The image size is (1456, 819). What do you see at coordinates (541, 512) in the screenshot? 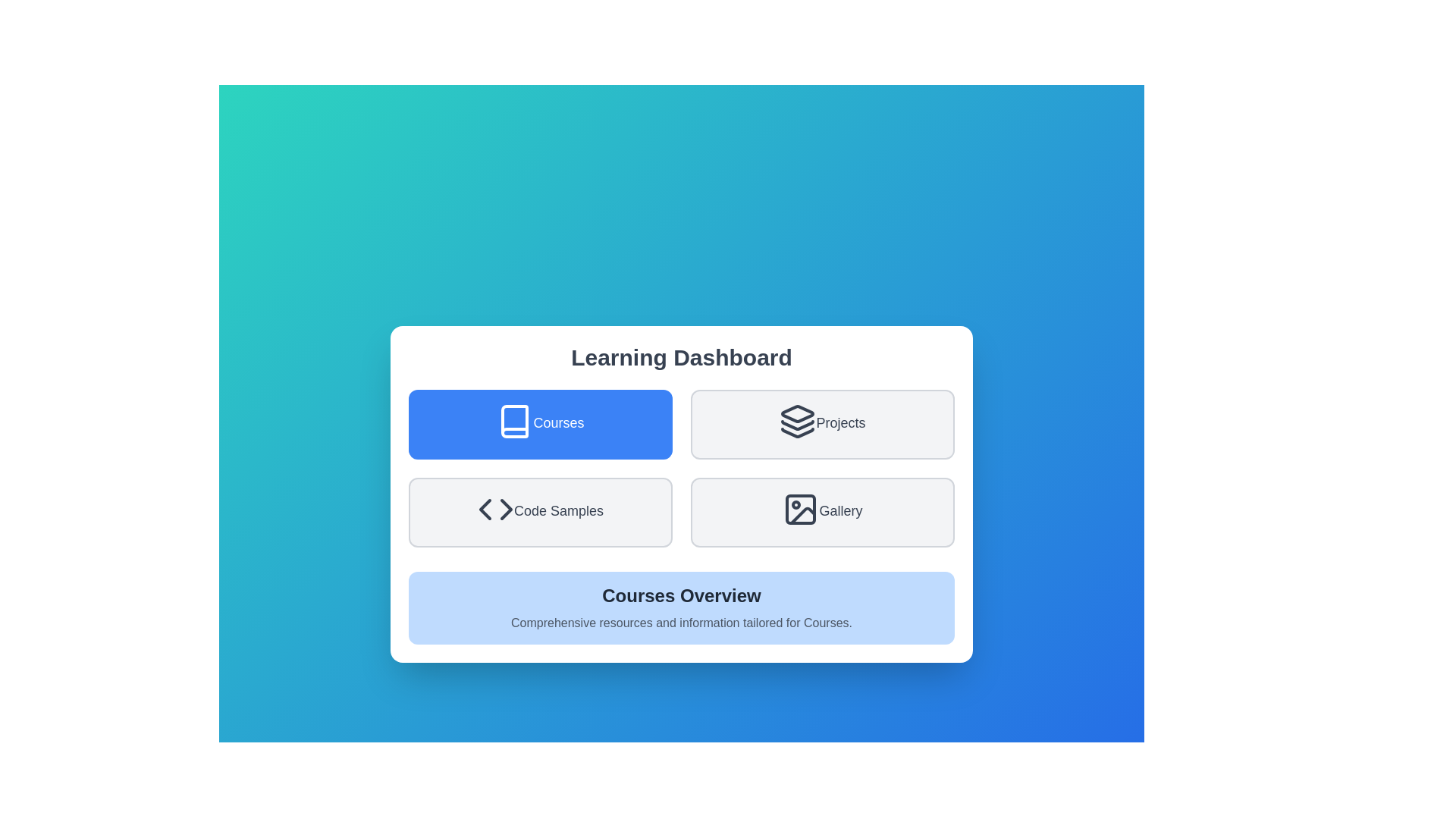
I see `the Code Samples button to select it` at bounding box center [541, 512].